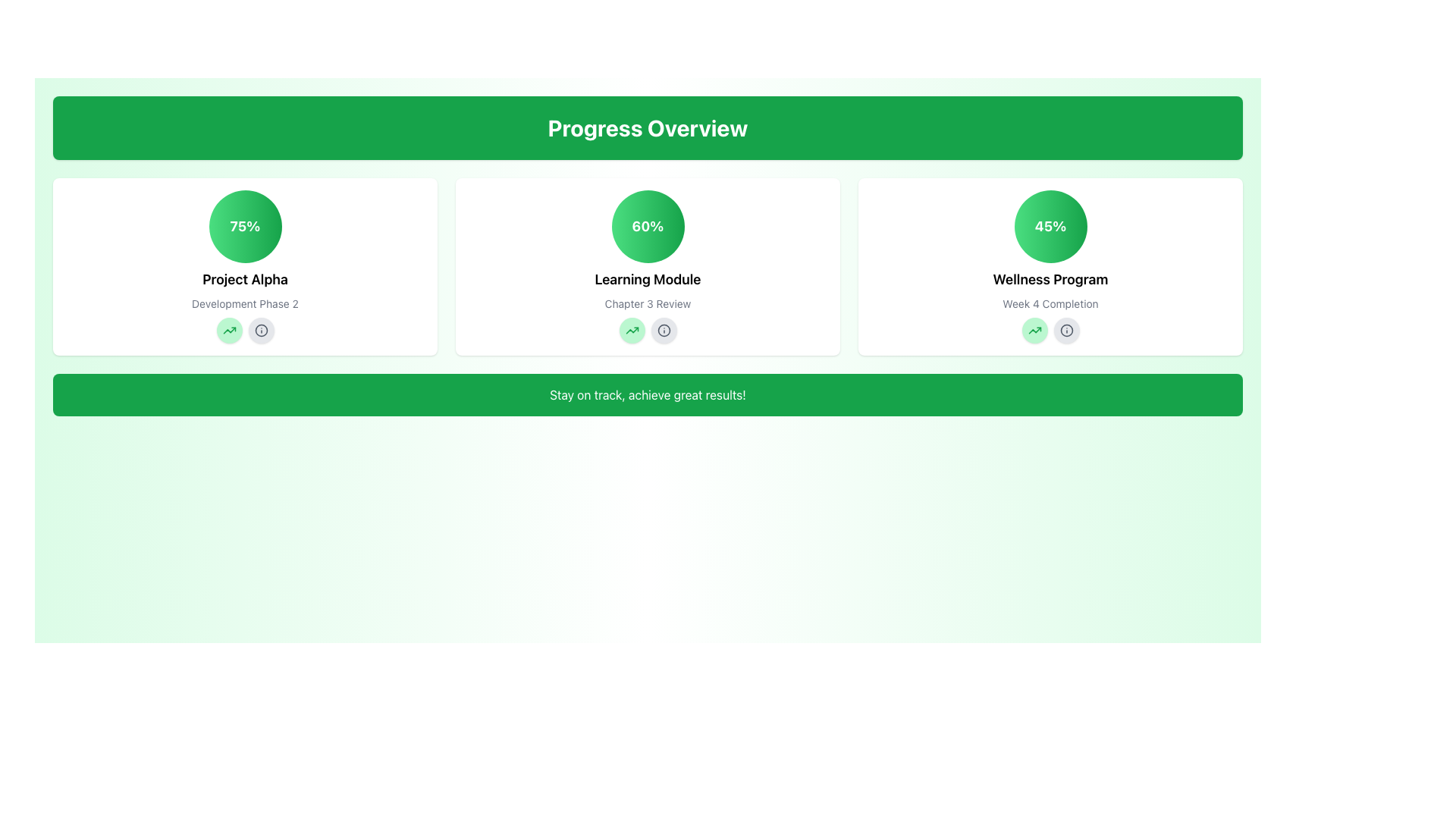 This screenshot has height=819, width=1456. What do you see at coordinates (632, 329) in the screenshot?
I see `the arrow icon button located below the 'Learning Module' card in the 'Progress Overview' section` at bounding box center [632, 329].